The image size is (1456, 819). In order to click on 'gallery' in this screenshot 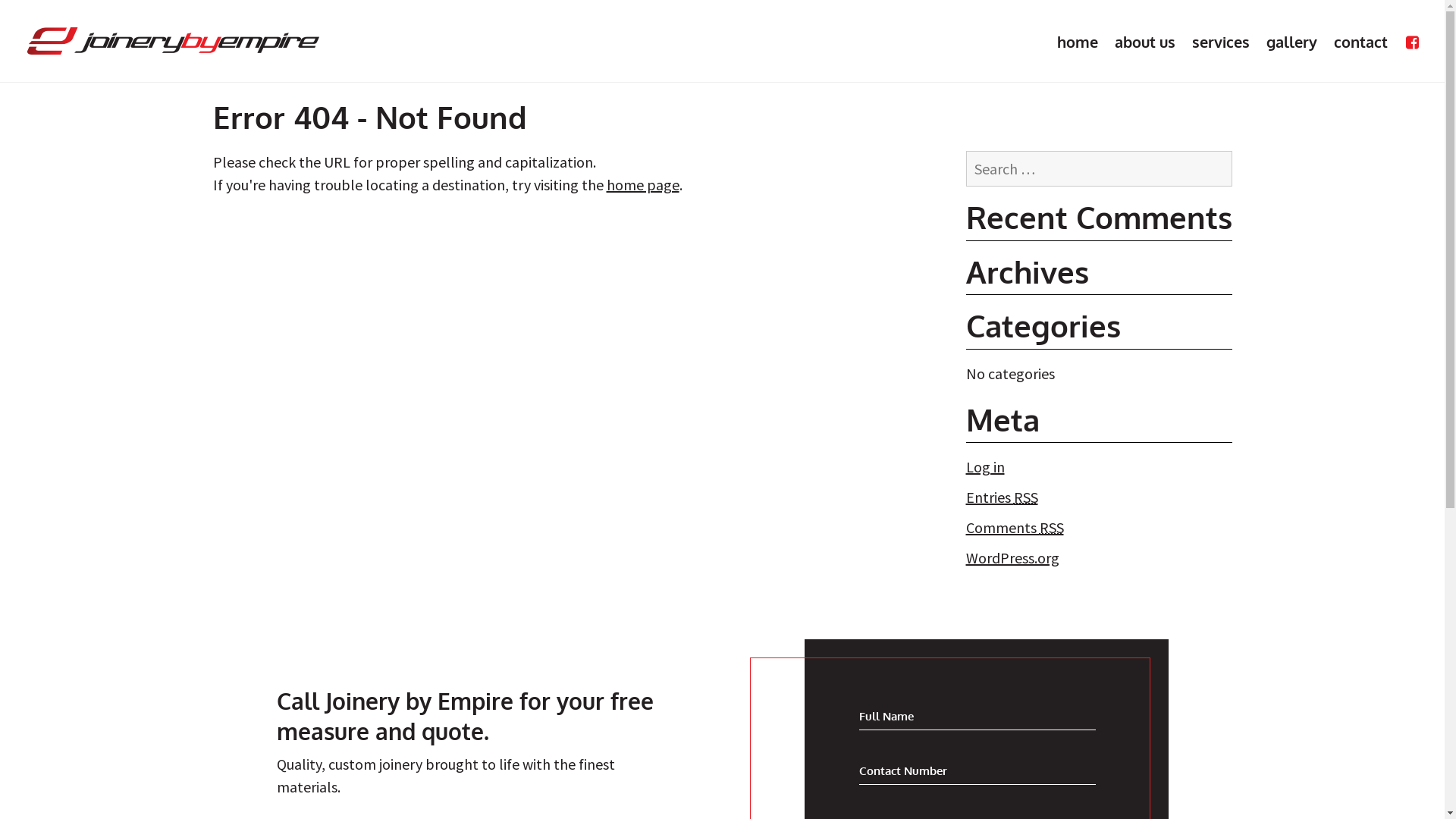, I will do `click(1291, 40)`.